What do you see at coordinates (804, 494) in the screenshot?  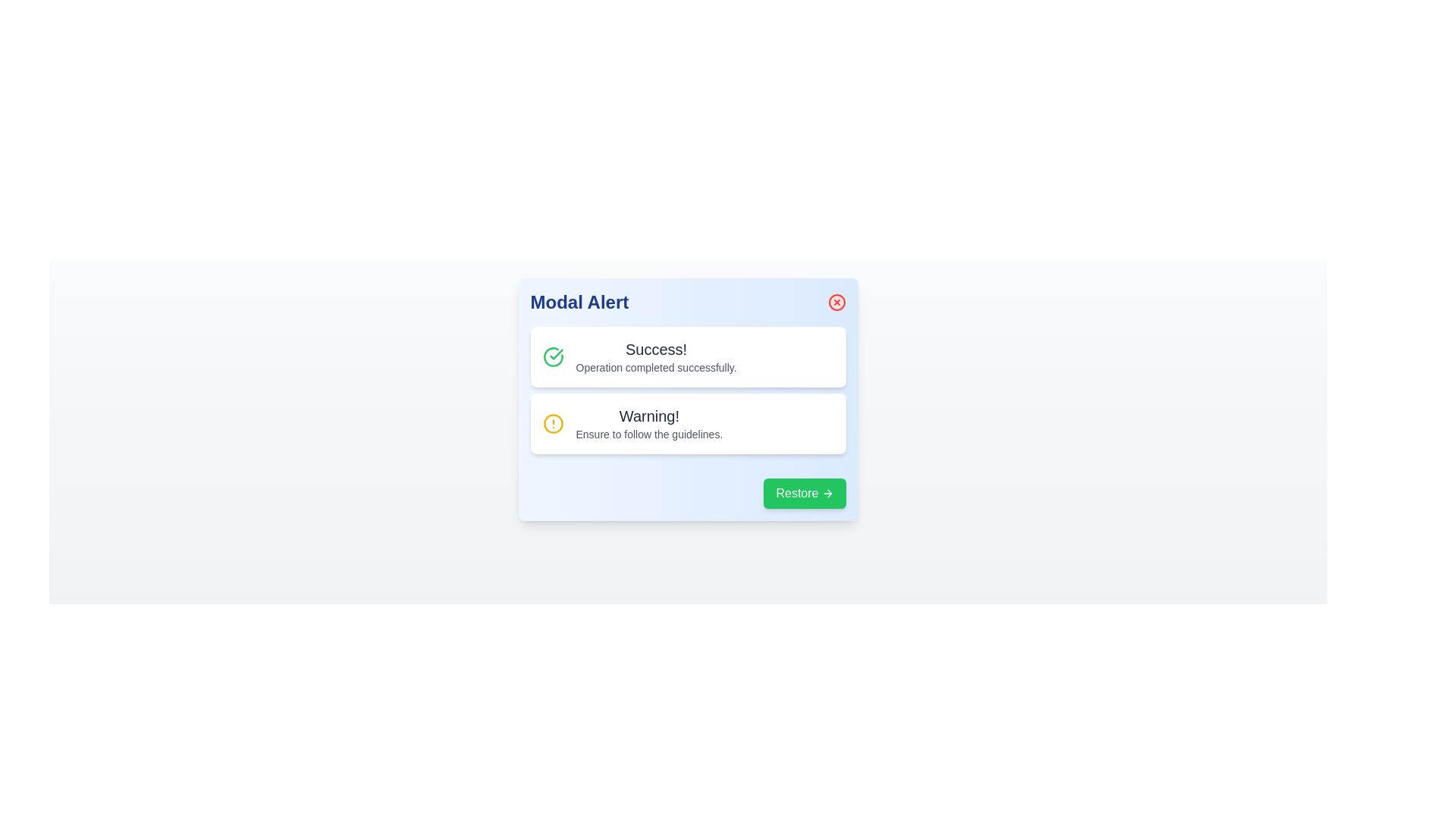 I see `the 'Restore' button located at the bottom-right of the modal dialog box` at bounding box center [804, 494].